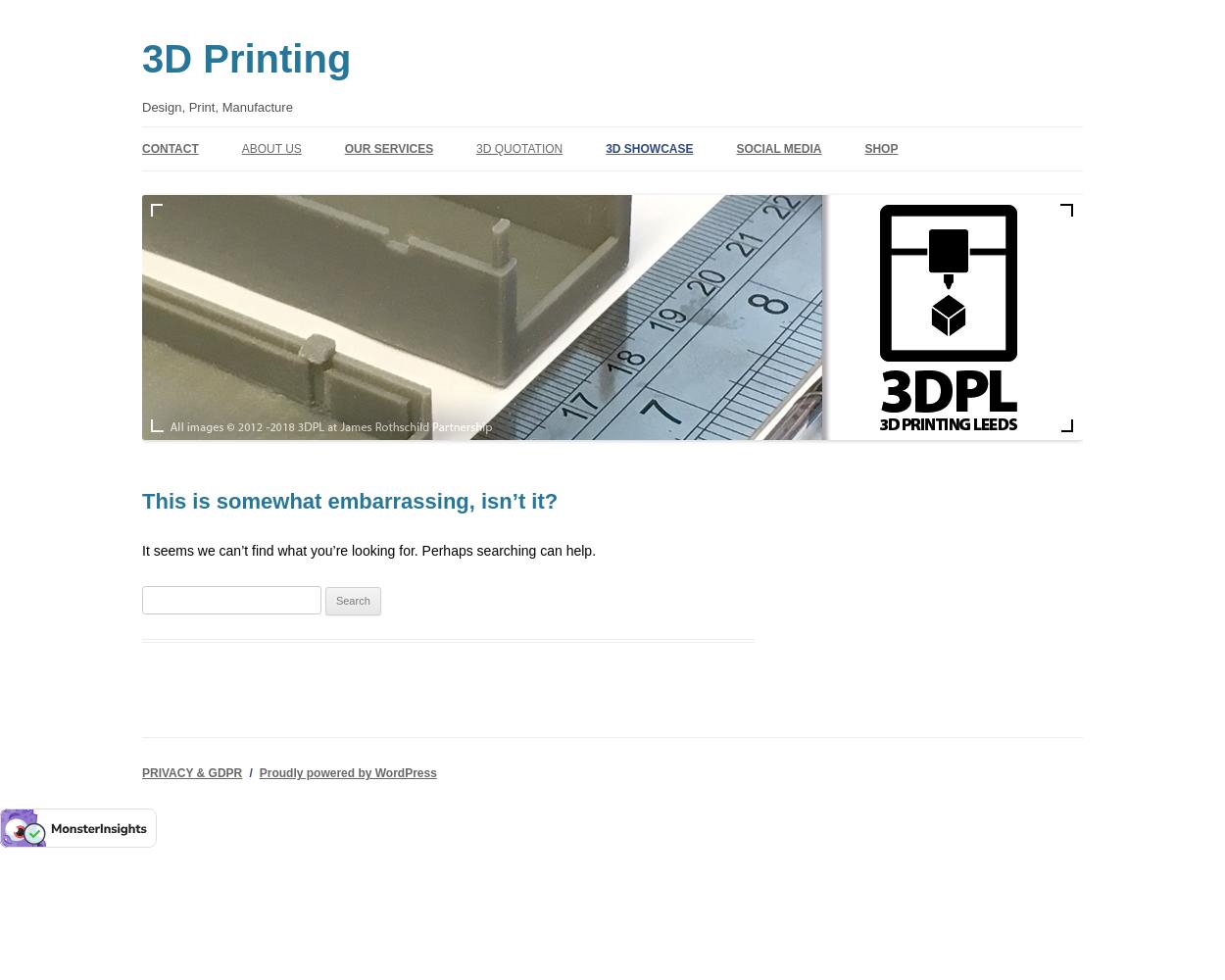 Image resolution: width=1225 pixels, height=980 pixels. I want to click on 'SOCIAL MEDIA', so click(778, 148).